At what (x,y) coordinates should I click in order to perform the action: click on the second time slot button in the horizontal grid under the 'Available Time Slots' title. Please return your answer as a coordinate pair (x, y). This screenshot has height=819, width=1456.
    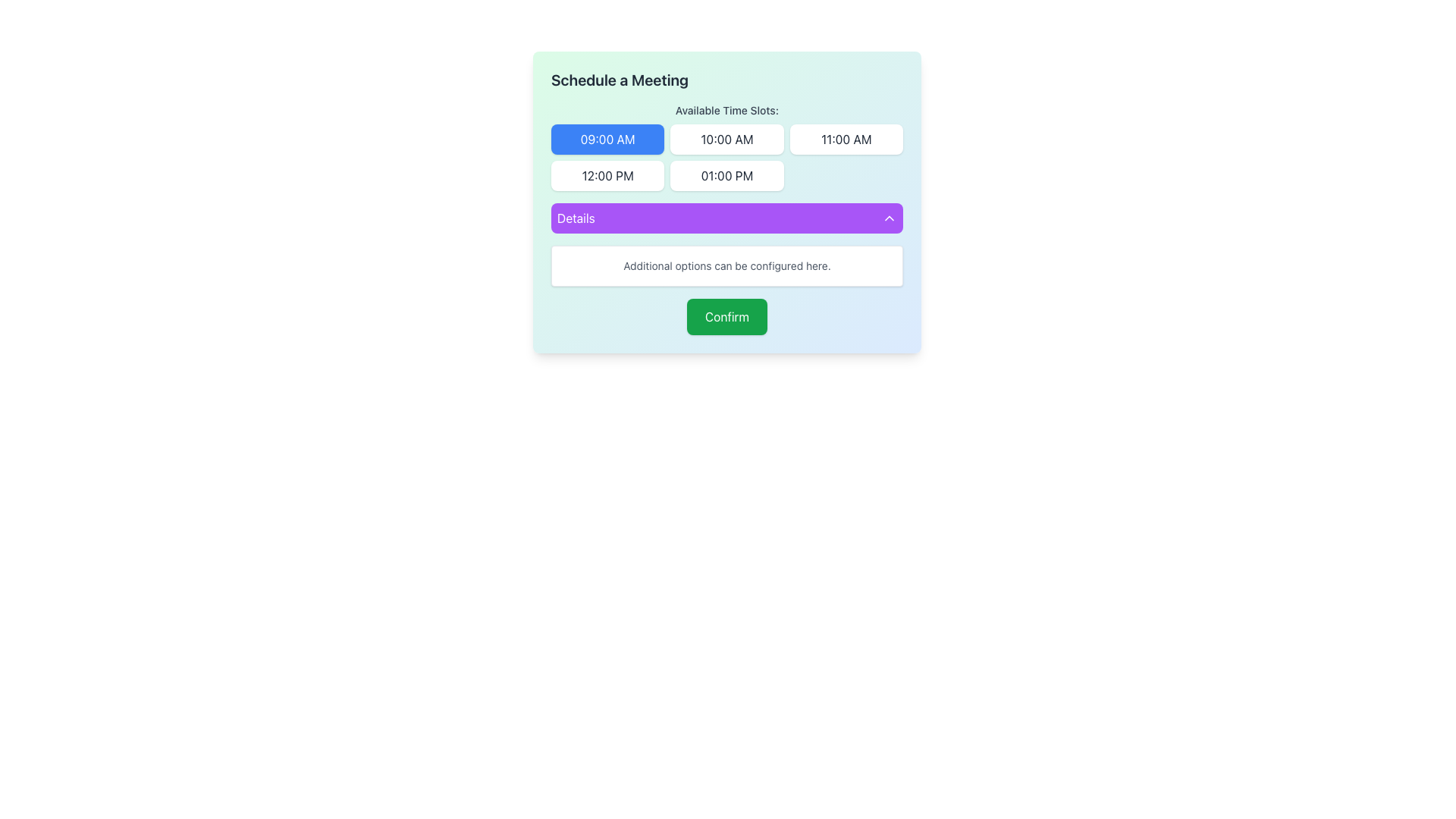
    Looking at the image, I should click on (726, 140).